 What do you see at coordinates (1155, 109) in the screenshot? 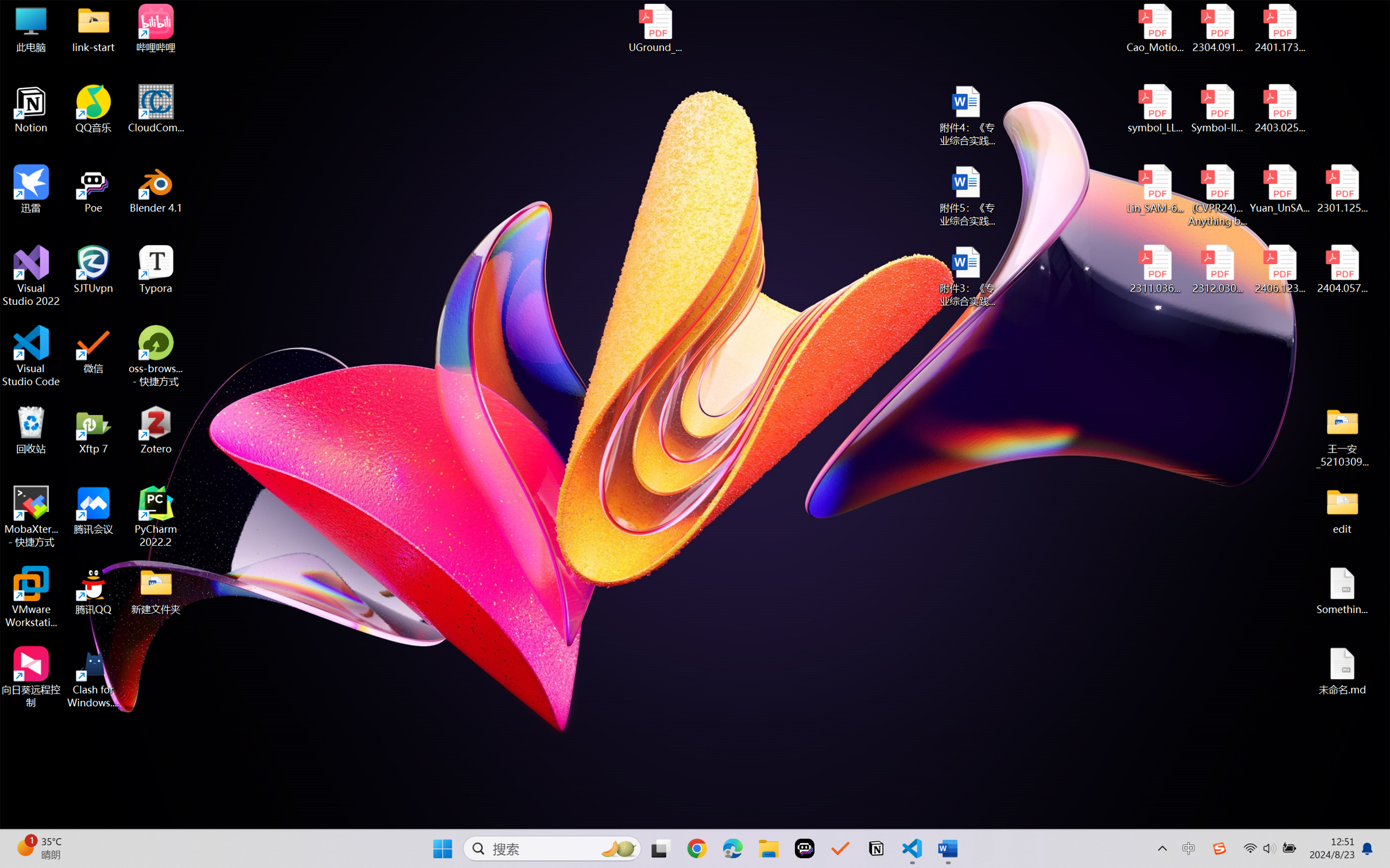
I see `'symbol_LLM.pdf'` at bounding box center [1155, 109].